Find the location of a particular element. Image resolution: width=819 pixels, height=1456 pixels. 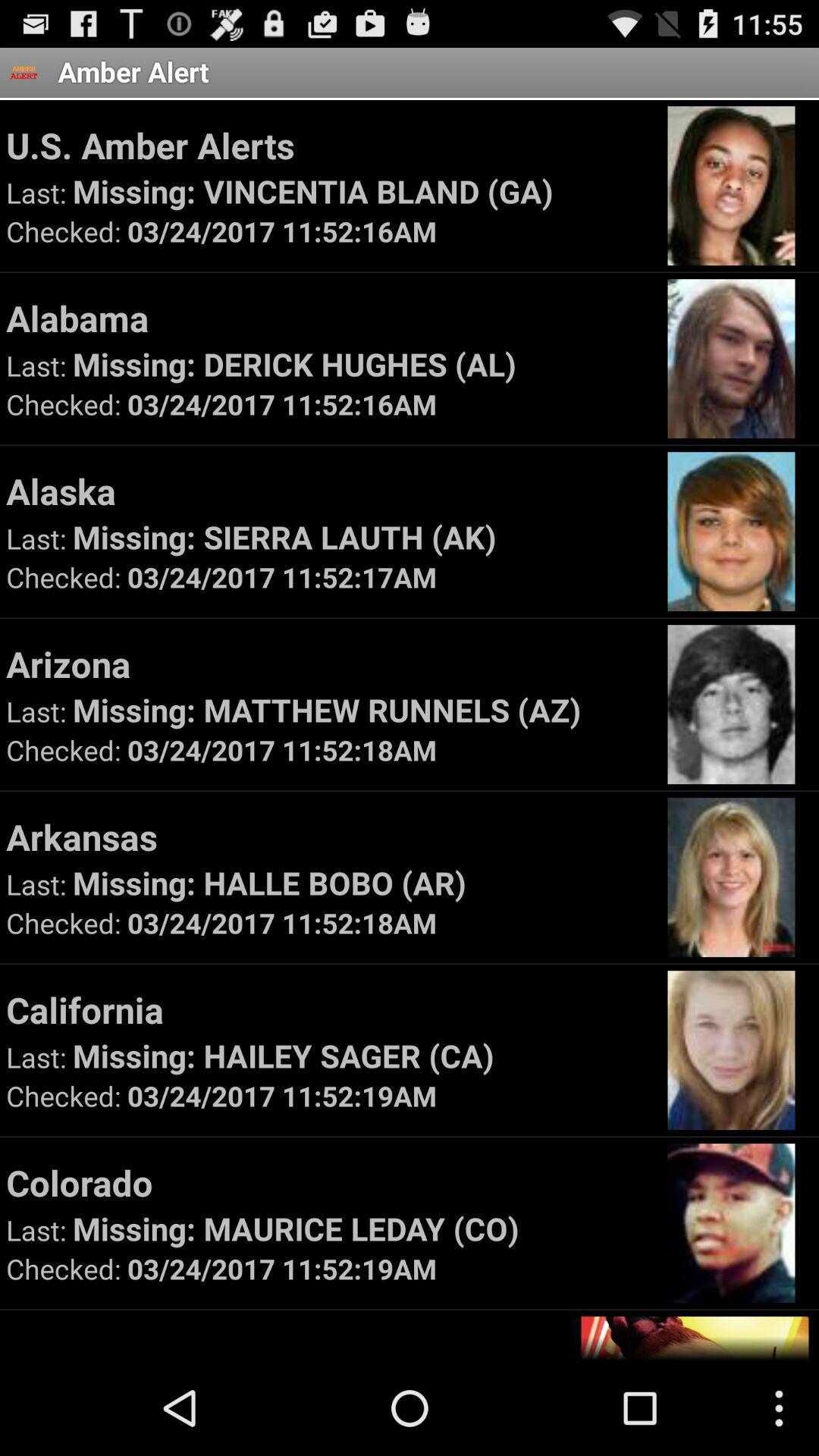

alaska is located at coordinates (329, 491).